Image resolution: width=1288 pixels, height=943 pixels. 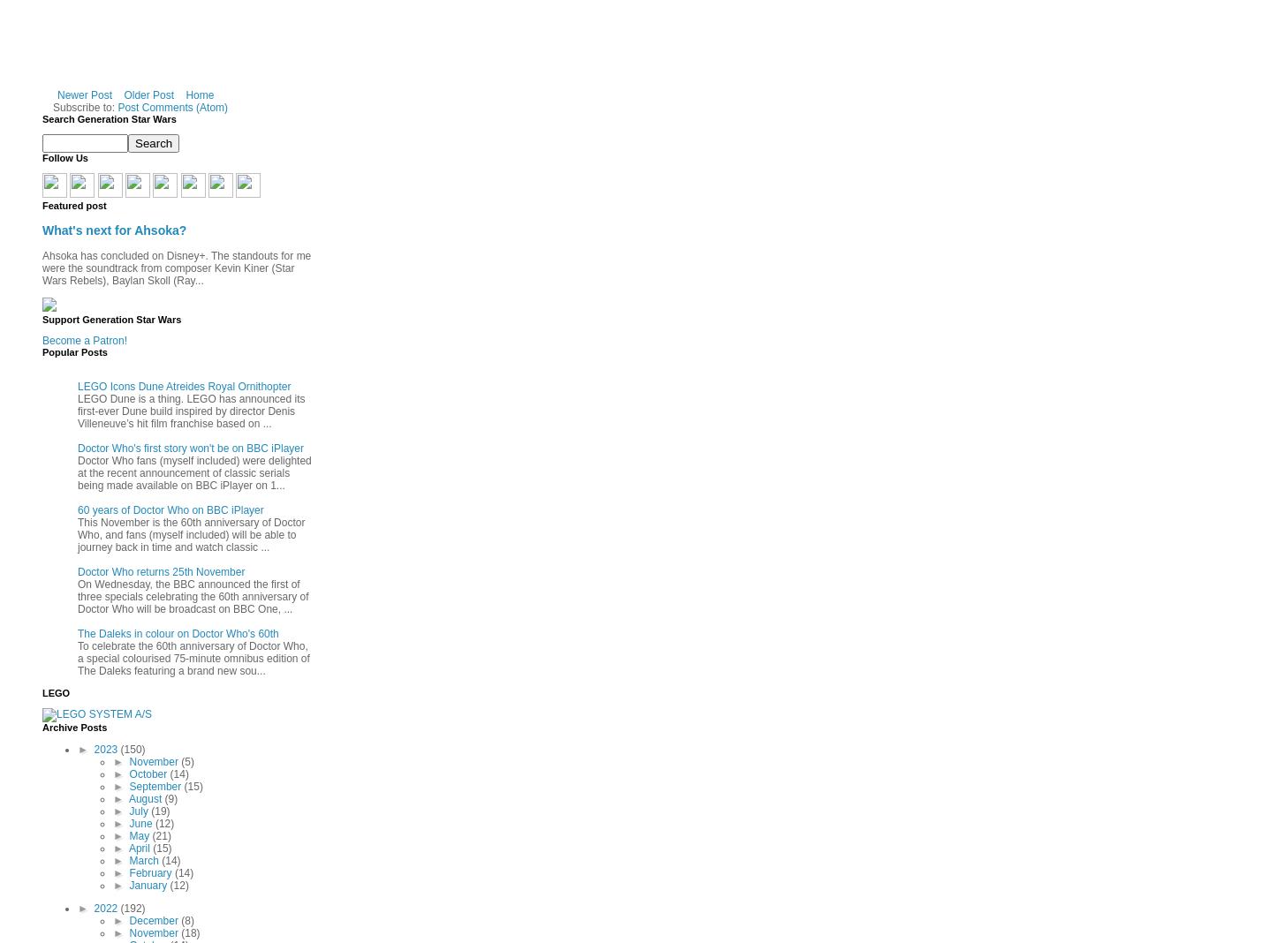 I want to click on 'Featured post', so click(x=72, y=204).